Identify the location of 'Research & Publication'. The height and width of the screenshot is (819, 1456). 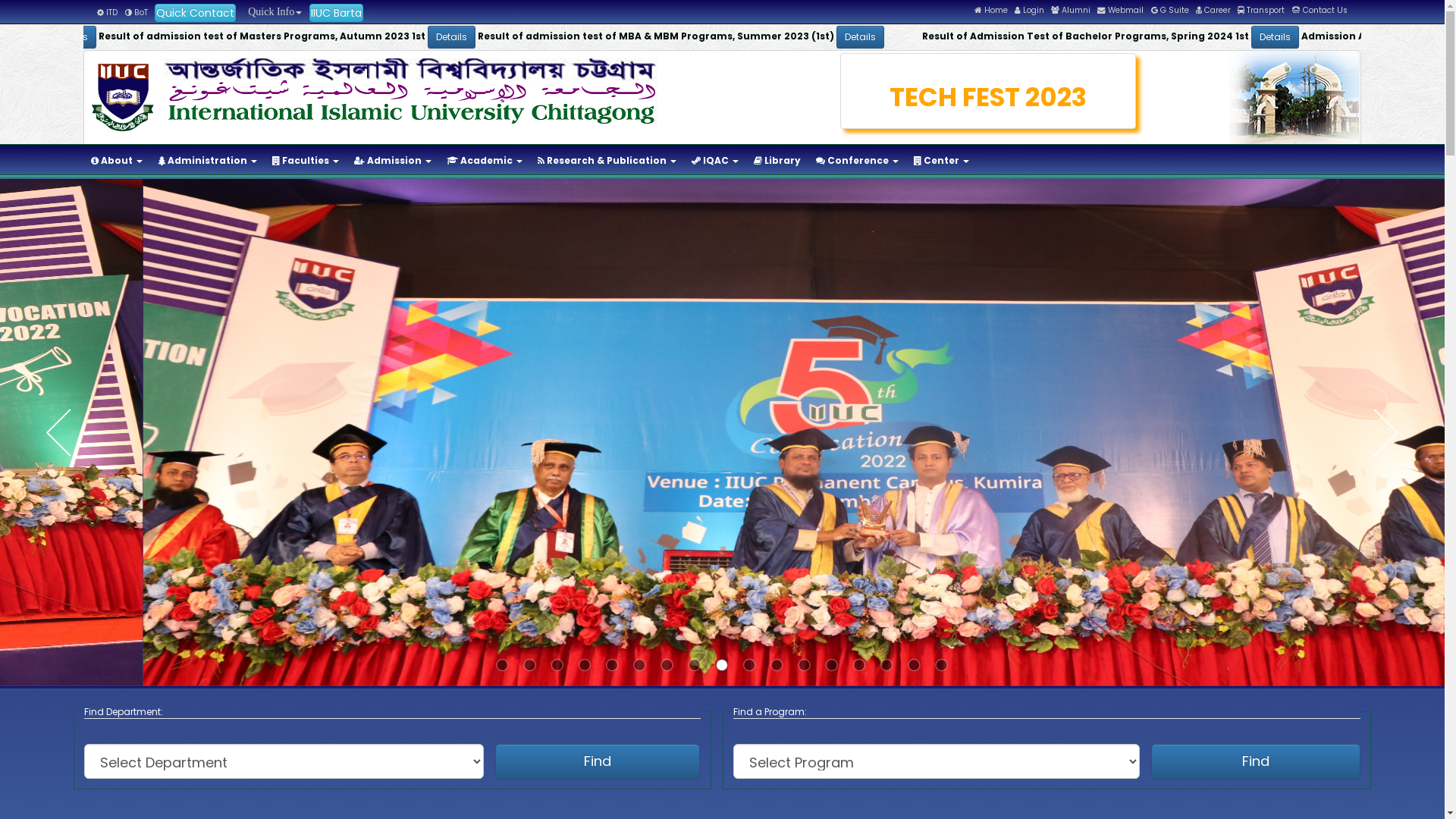
(530, 161).